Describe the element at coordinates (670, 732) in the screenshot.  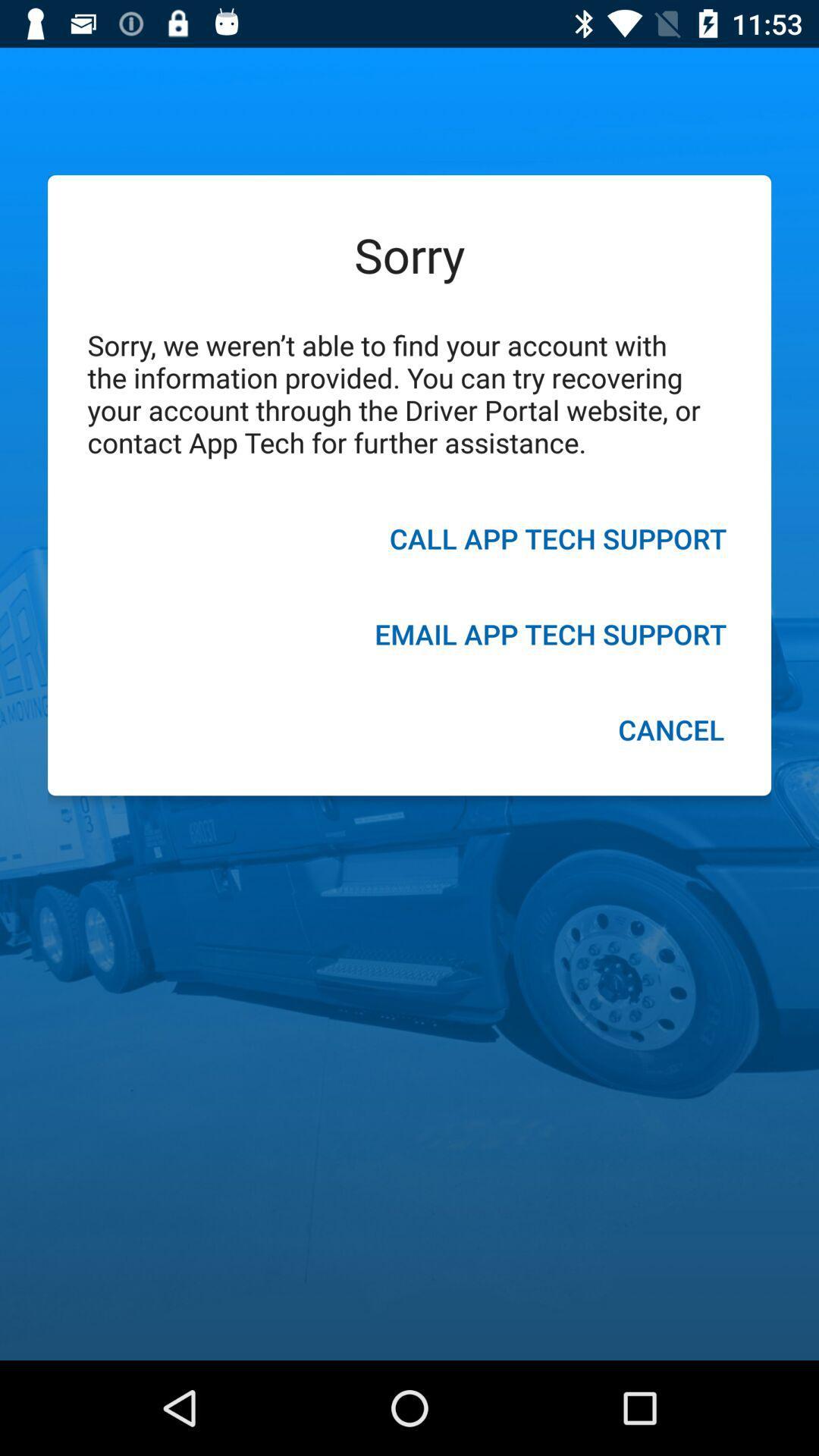
I see `the icon below the email app tech icon` at that location.